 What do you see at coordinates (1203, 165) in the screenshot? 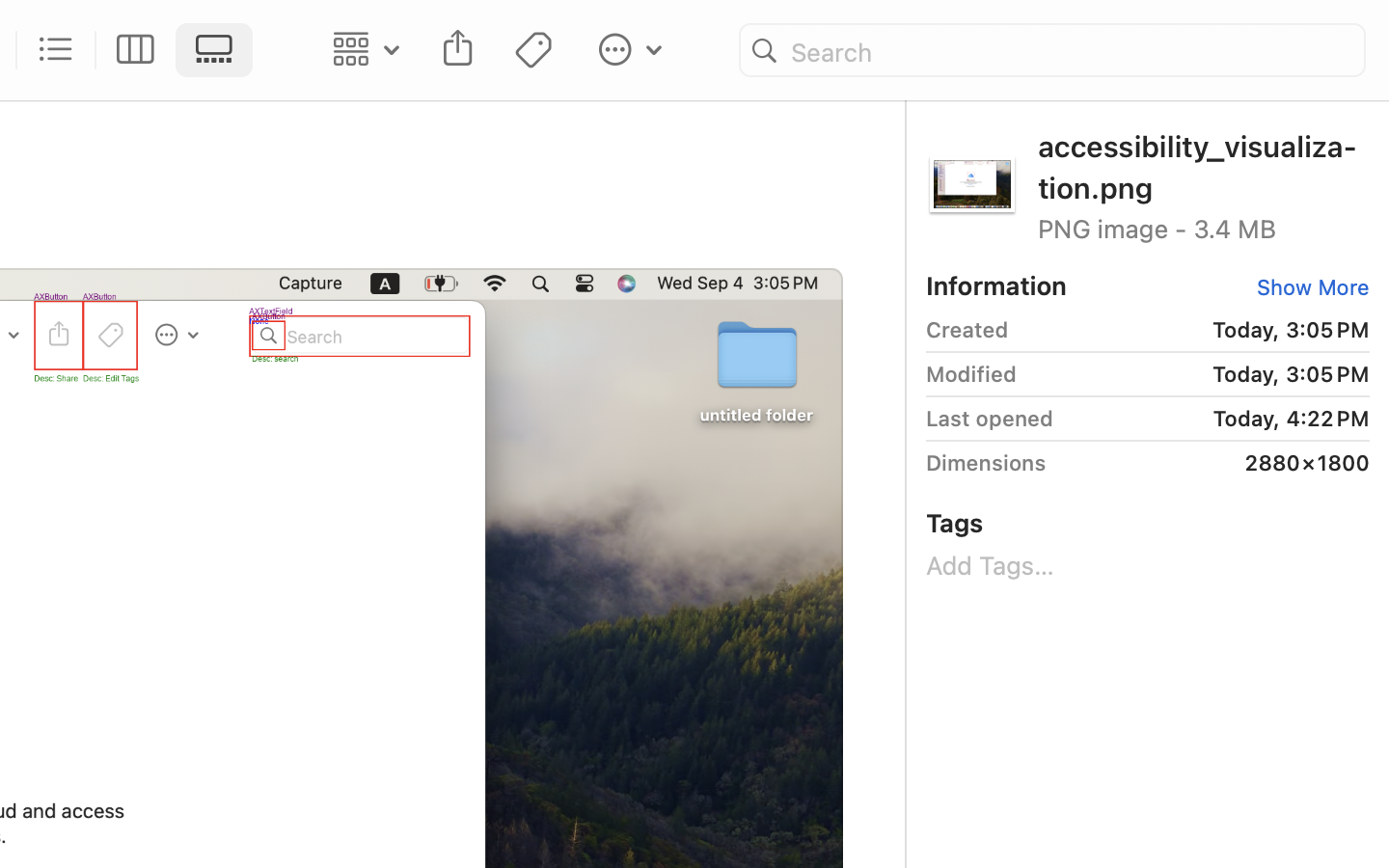
I see `'accessibility_visualization.png'` at bounding box center [1203, 165].